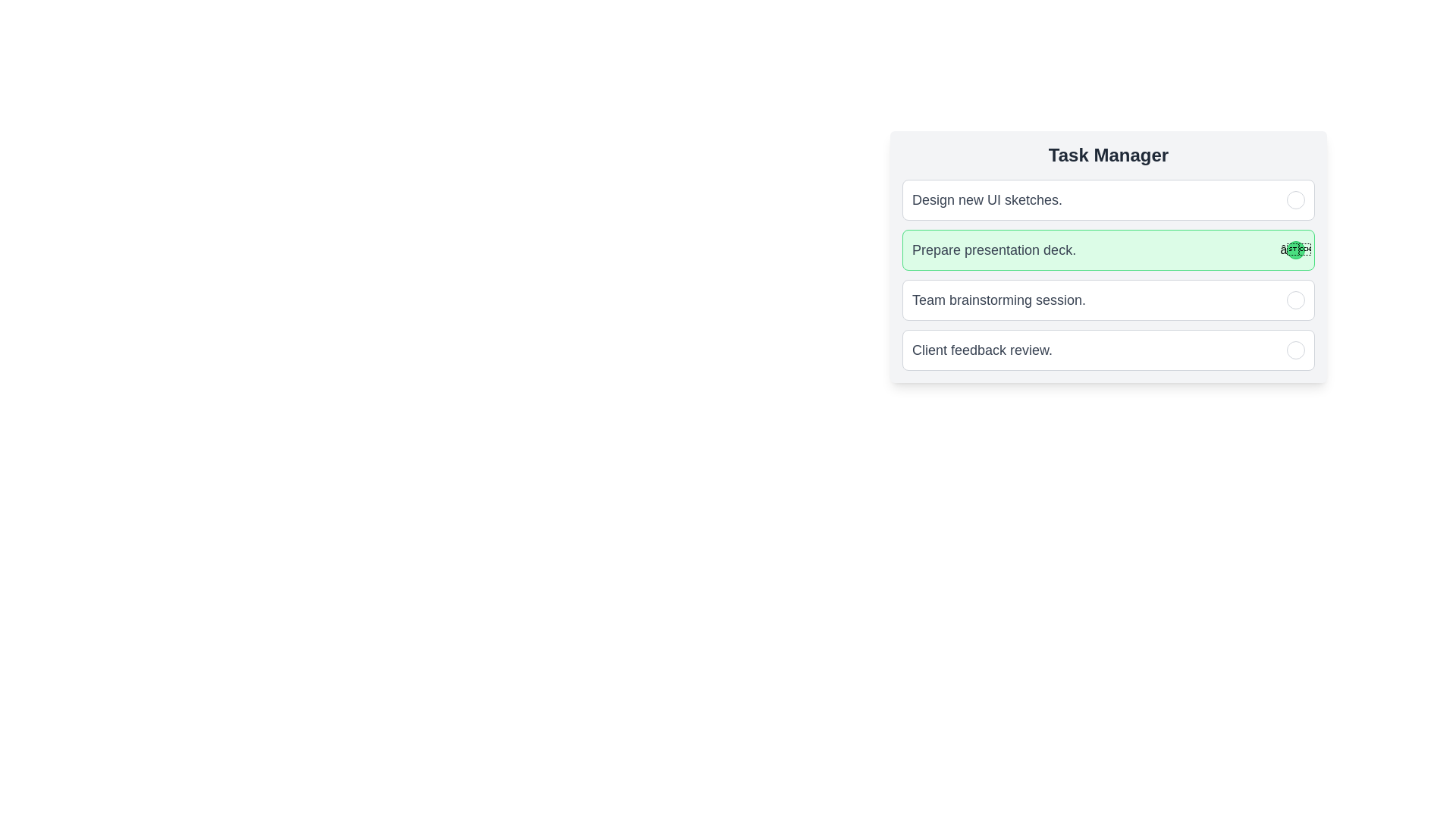  Describe the element at coordinates (982, 350) in the screenshot. I see `the text label that reads 'Client feedback review.' which is styled in a medium-sized, gray-colored, bold font, located in the task manager interface below the 'Team brainstorming session.' task` at that location.